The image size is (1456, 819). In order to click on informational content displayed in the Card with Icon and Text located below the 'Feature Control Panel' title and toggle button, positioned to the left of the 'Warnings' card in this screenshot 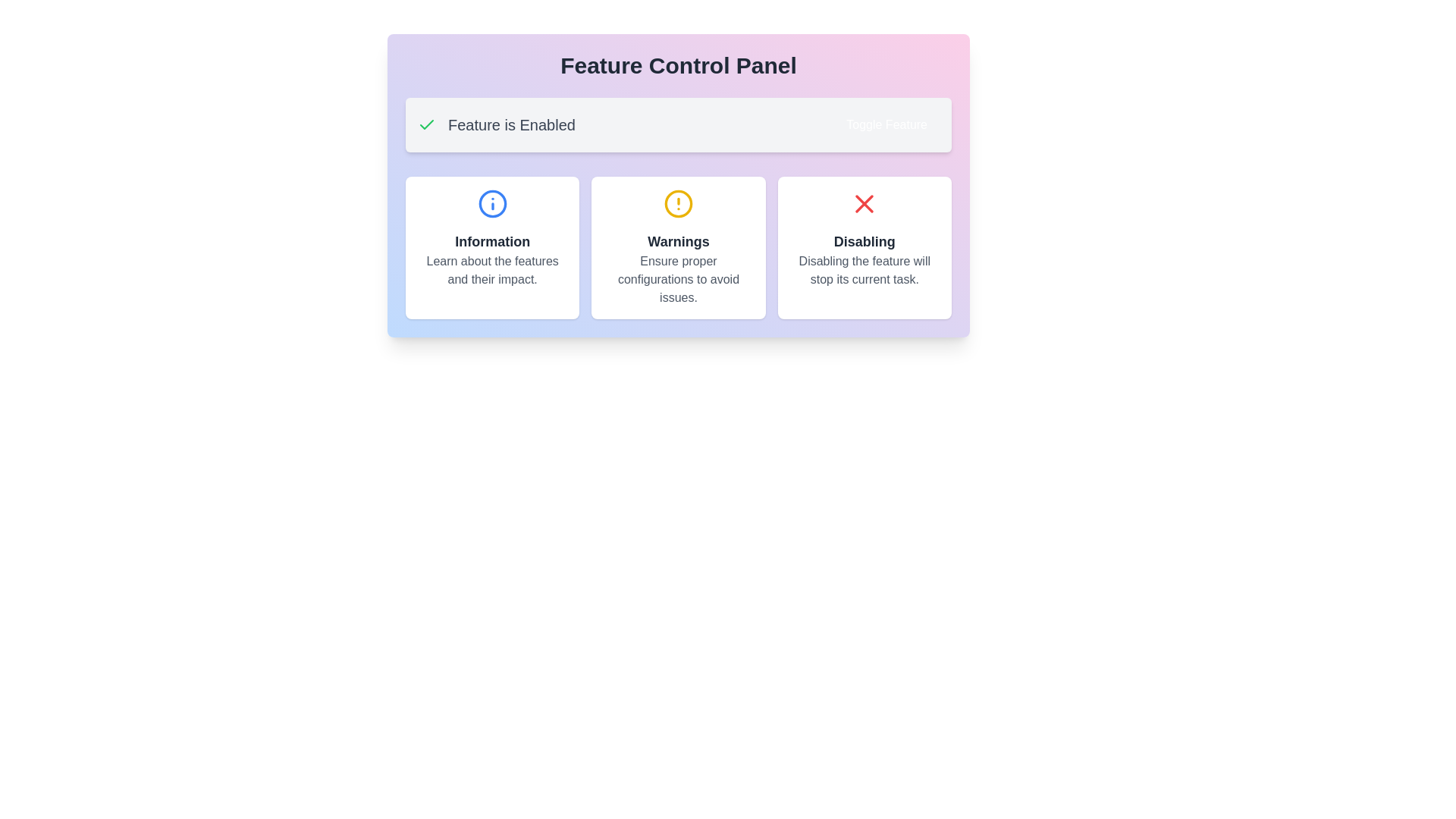, I will do `click(492, 247)`.